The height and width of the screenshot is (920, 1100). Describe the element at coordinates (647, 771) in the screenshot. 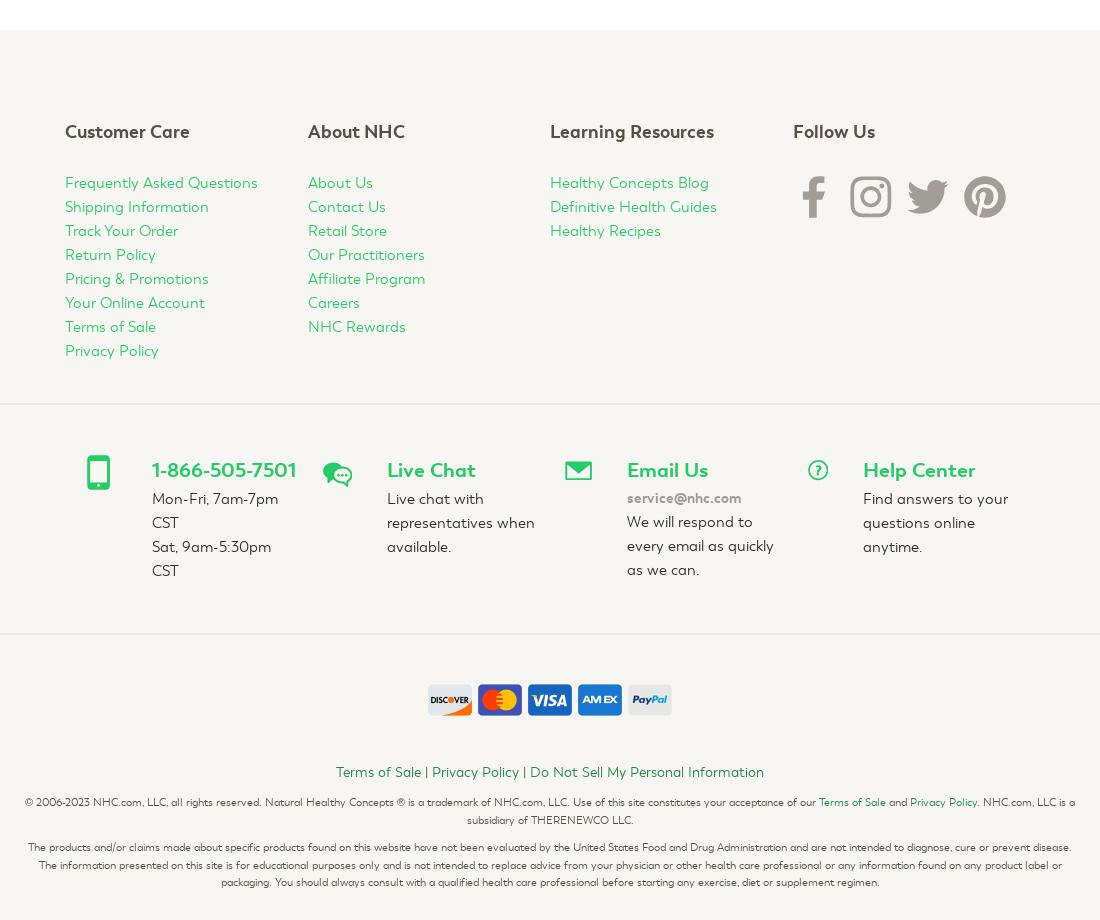

I see `'Do Not Sell My Personal Information'` at that location.